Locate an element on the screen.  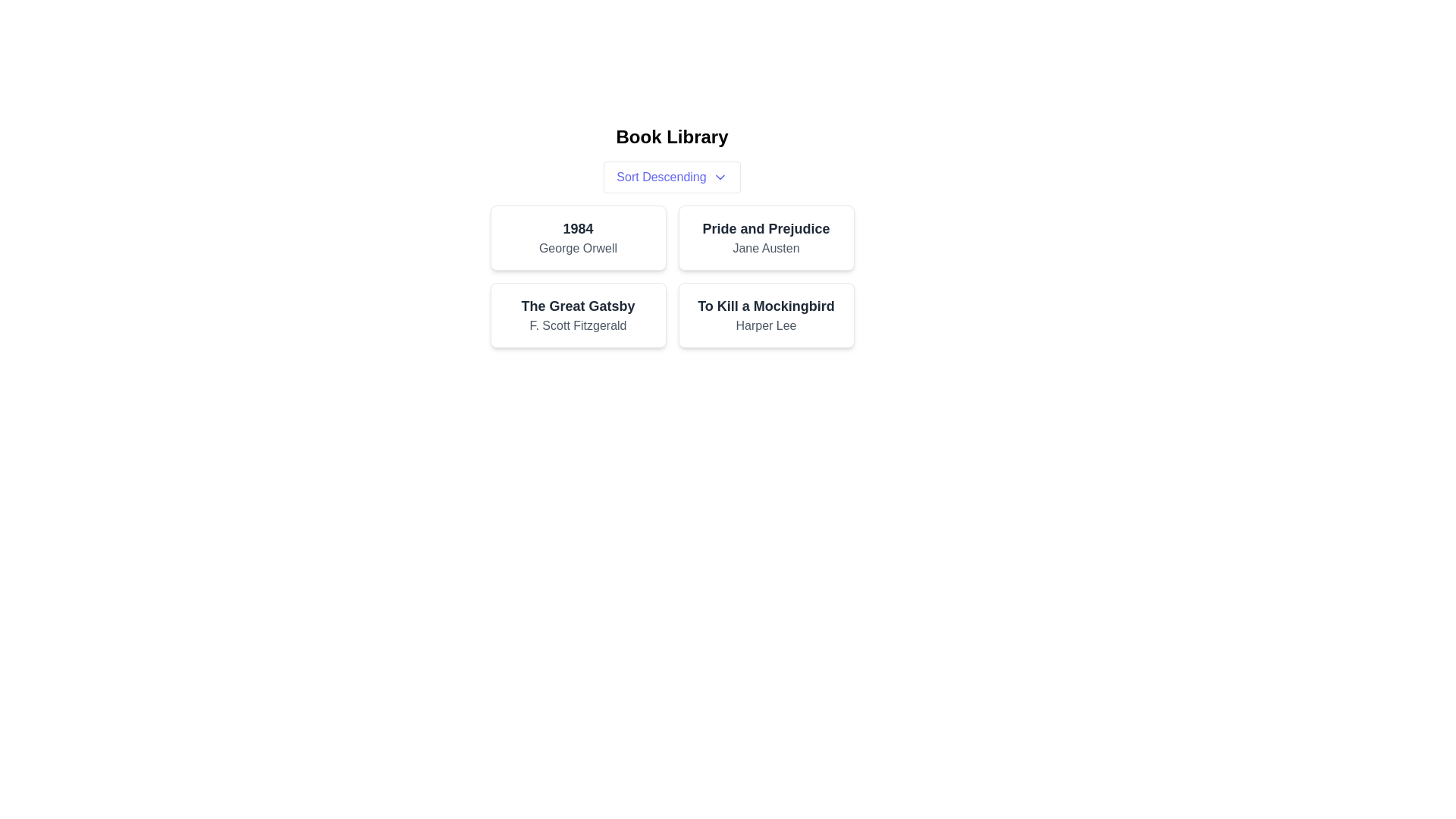
the text label displaying 'The Great Gatsby', which is prominently positioned in bold dark-gray text at the top of its card in the bottom-left quadrant is located at coordinates (577, 306).